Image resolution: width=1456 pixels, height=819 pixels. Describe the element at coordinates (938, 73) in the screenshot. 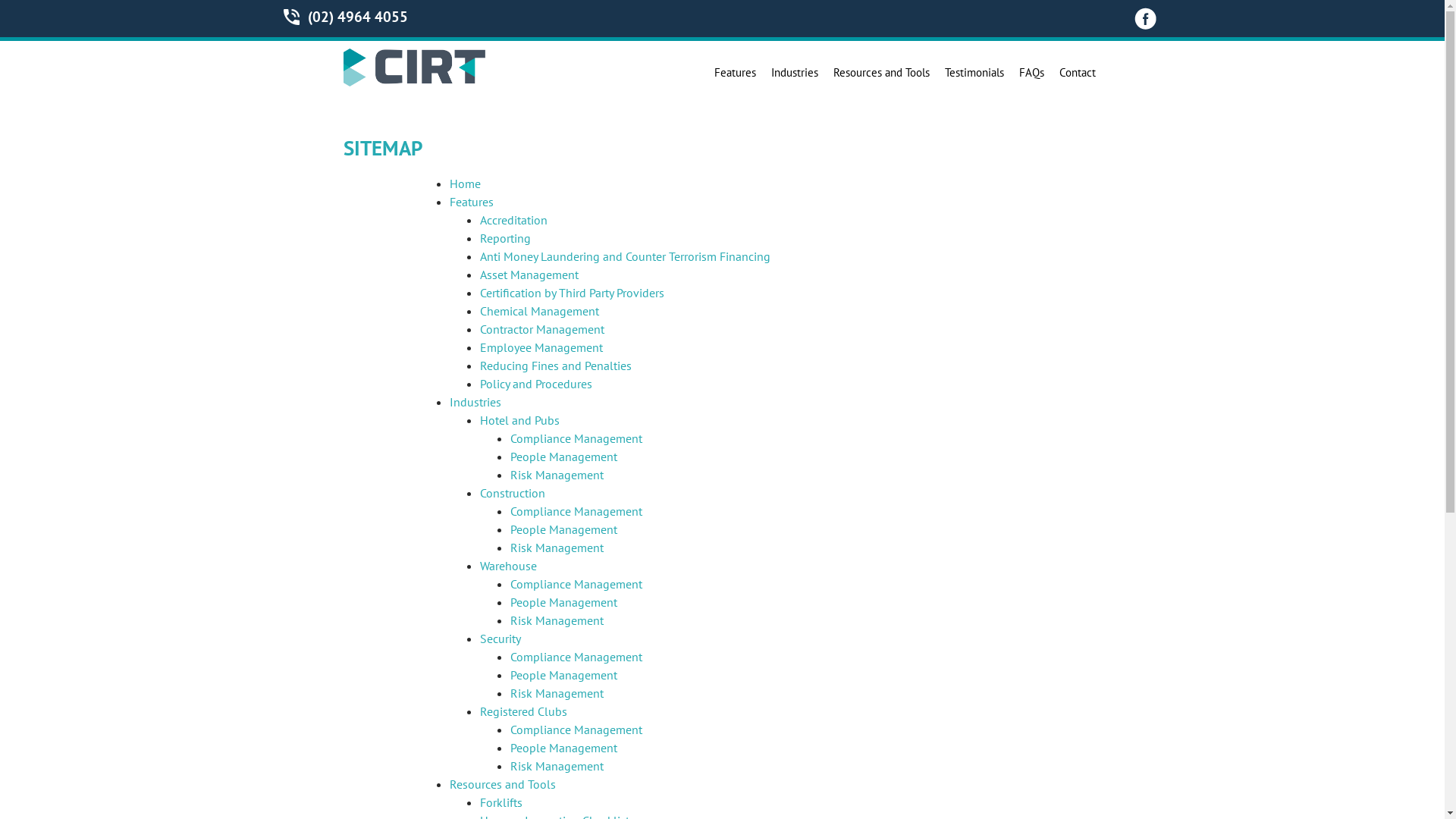

I see `'Testimonials'` at that location.